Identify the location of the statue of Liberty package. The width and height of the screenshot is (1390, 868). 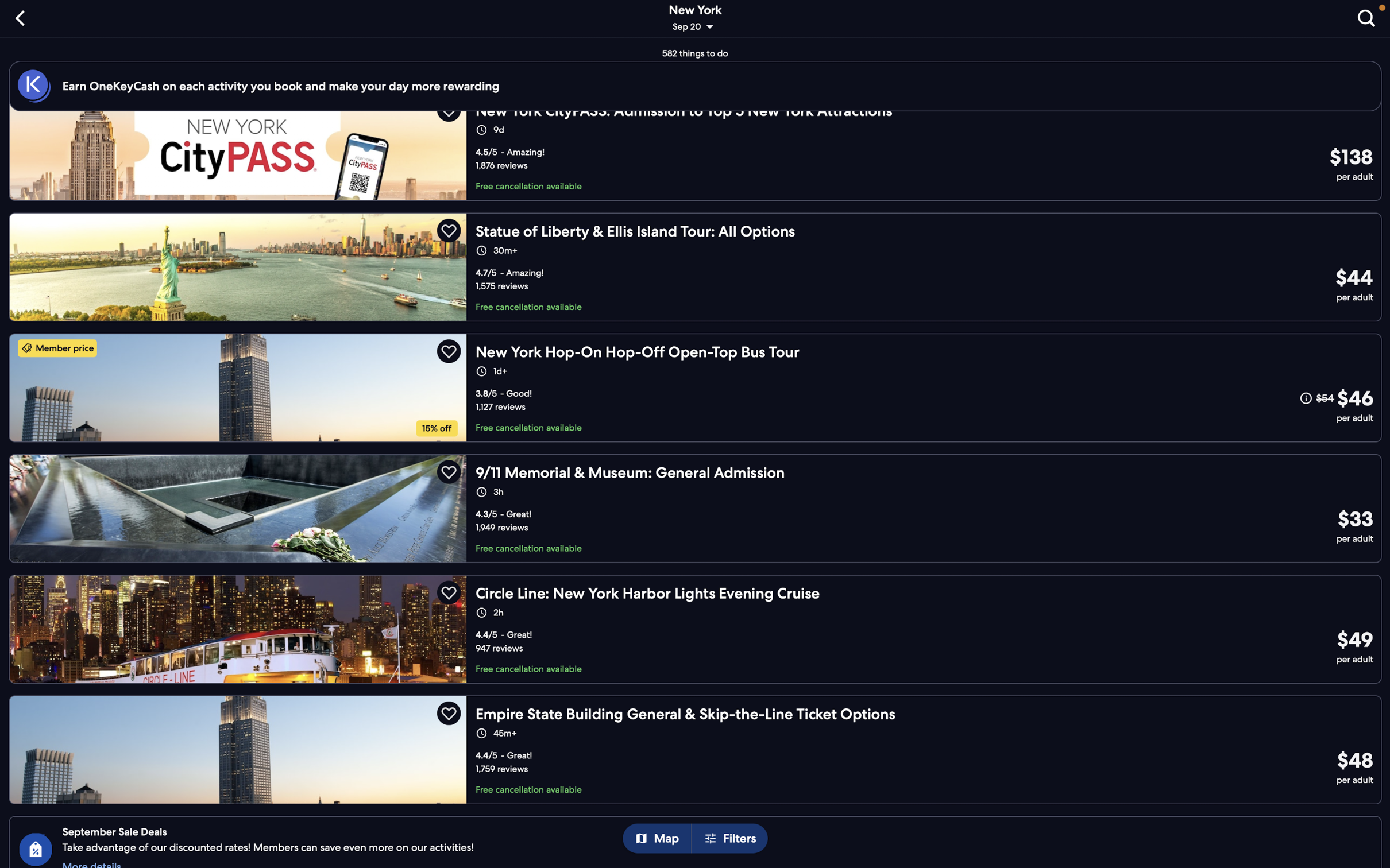
(696, 265).